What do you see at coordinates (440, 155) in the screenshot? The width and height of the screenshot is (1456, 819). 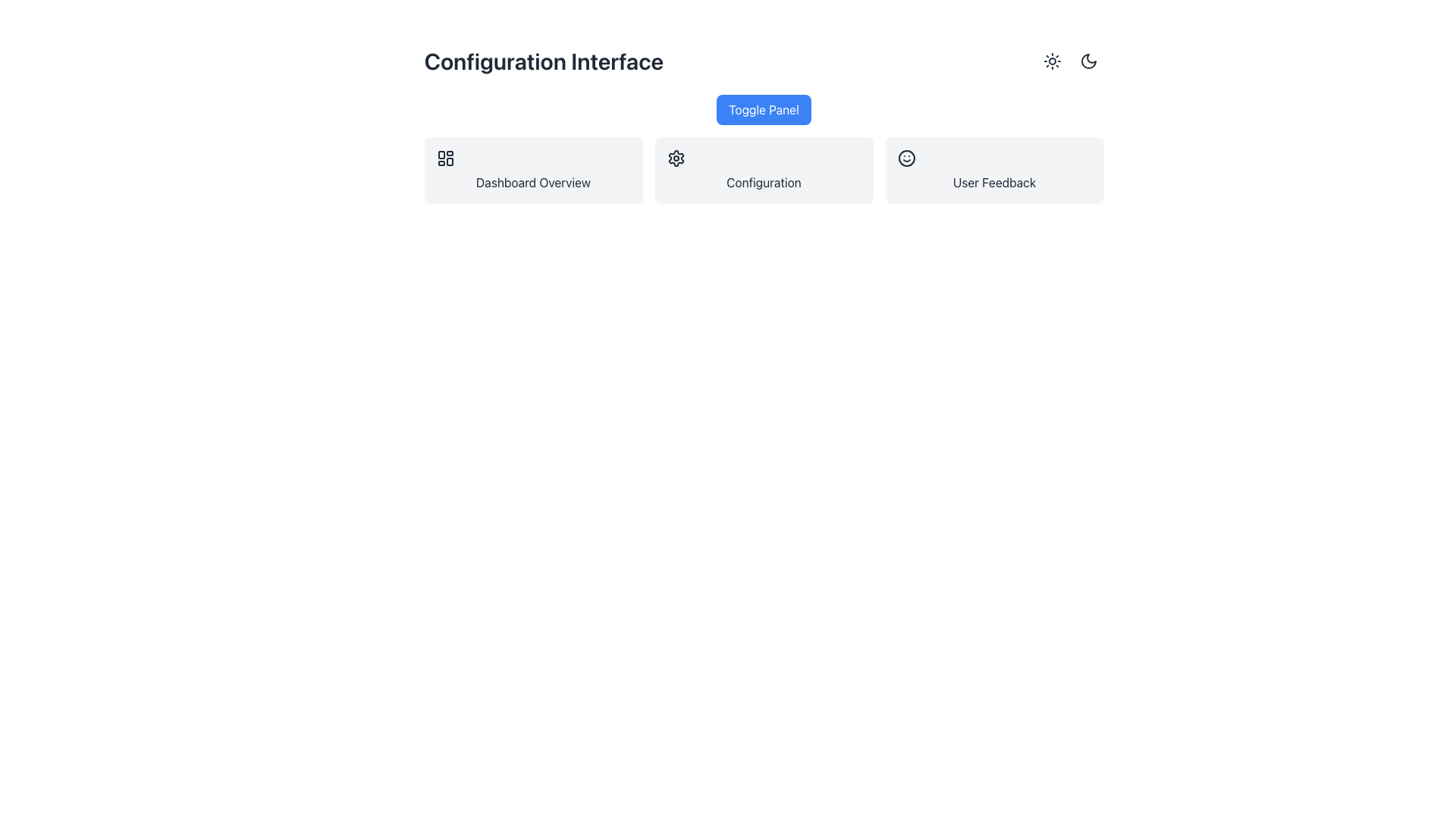 I see `the top-left rectangle of the grid within the dashboard icon, which is part of the 'Dashboard Overview' button` at bounding box center [440, 155].